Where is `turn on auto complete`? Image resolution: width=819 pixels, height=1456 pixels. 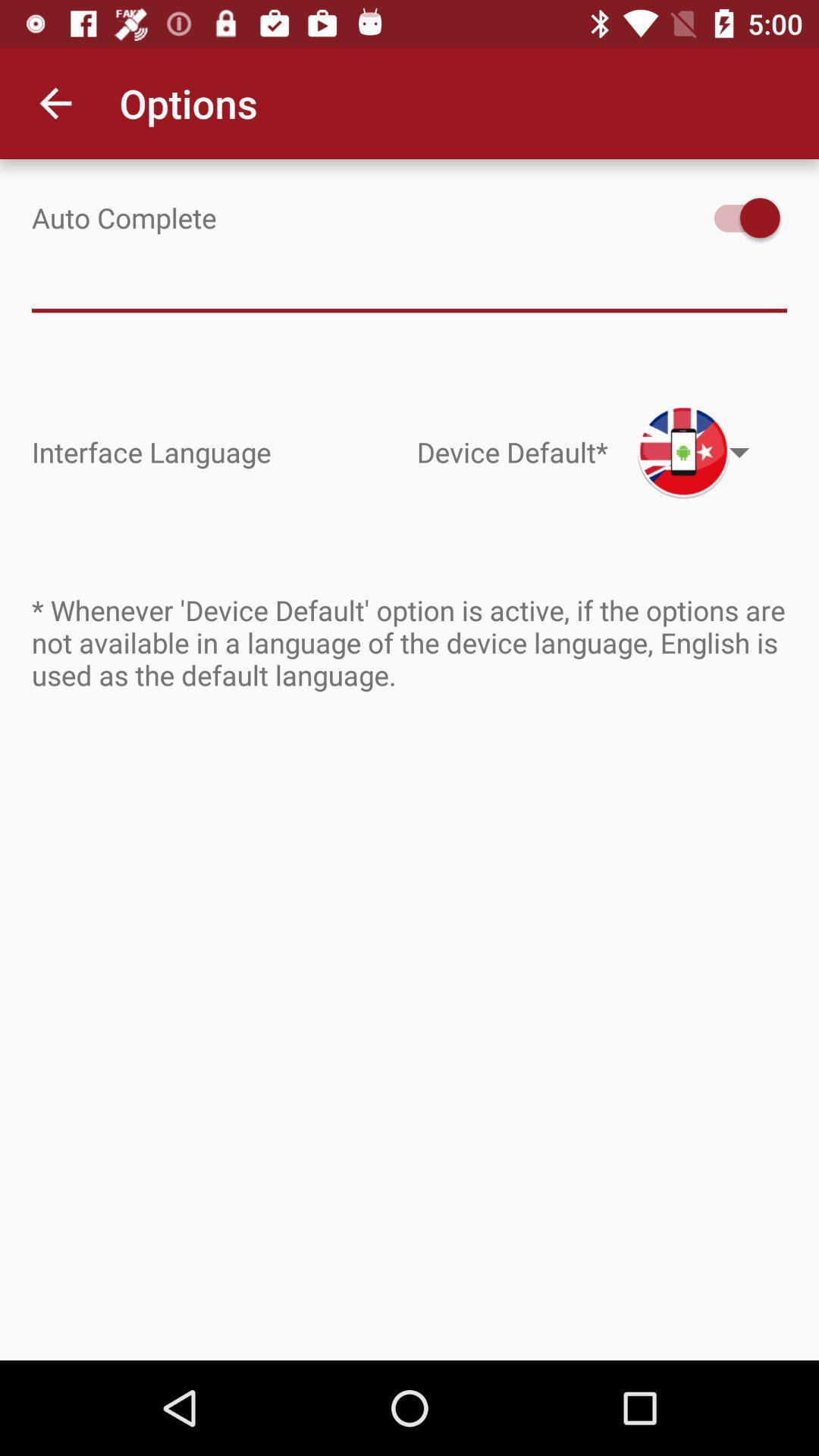
turn on auto complete is located at coordinates (739, 217).